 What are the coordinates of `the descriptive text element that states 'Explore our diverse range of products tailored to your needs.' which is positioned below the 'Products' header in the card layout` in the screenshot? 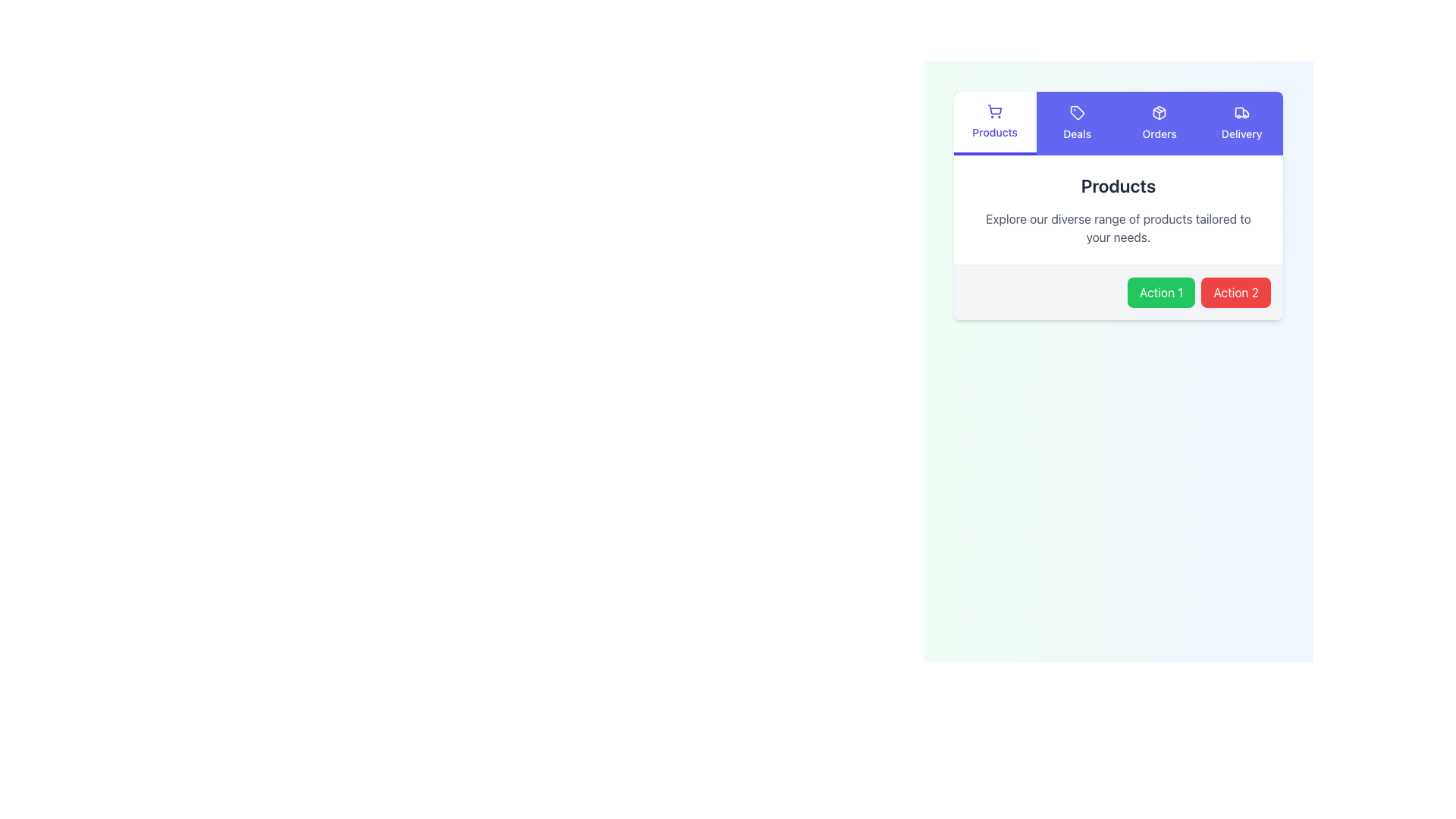 It's located at (1118, 227).